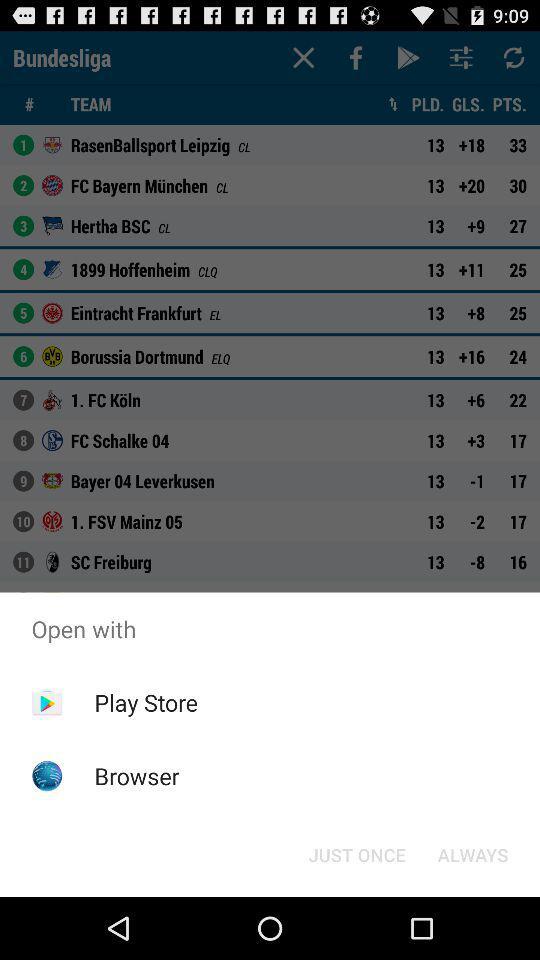 This screenshot has height=960, width=540. Describe the element at coordinates (472, 853) in the screenshot. I see `the always icon` at that location.